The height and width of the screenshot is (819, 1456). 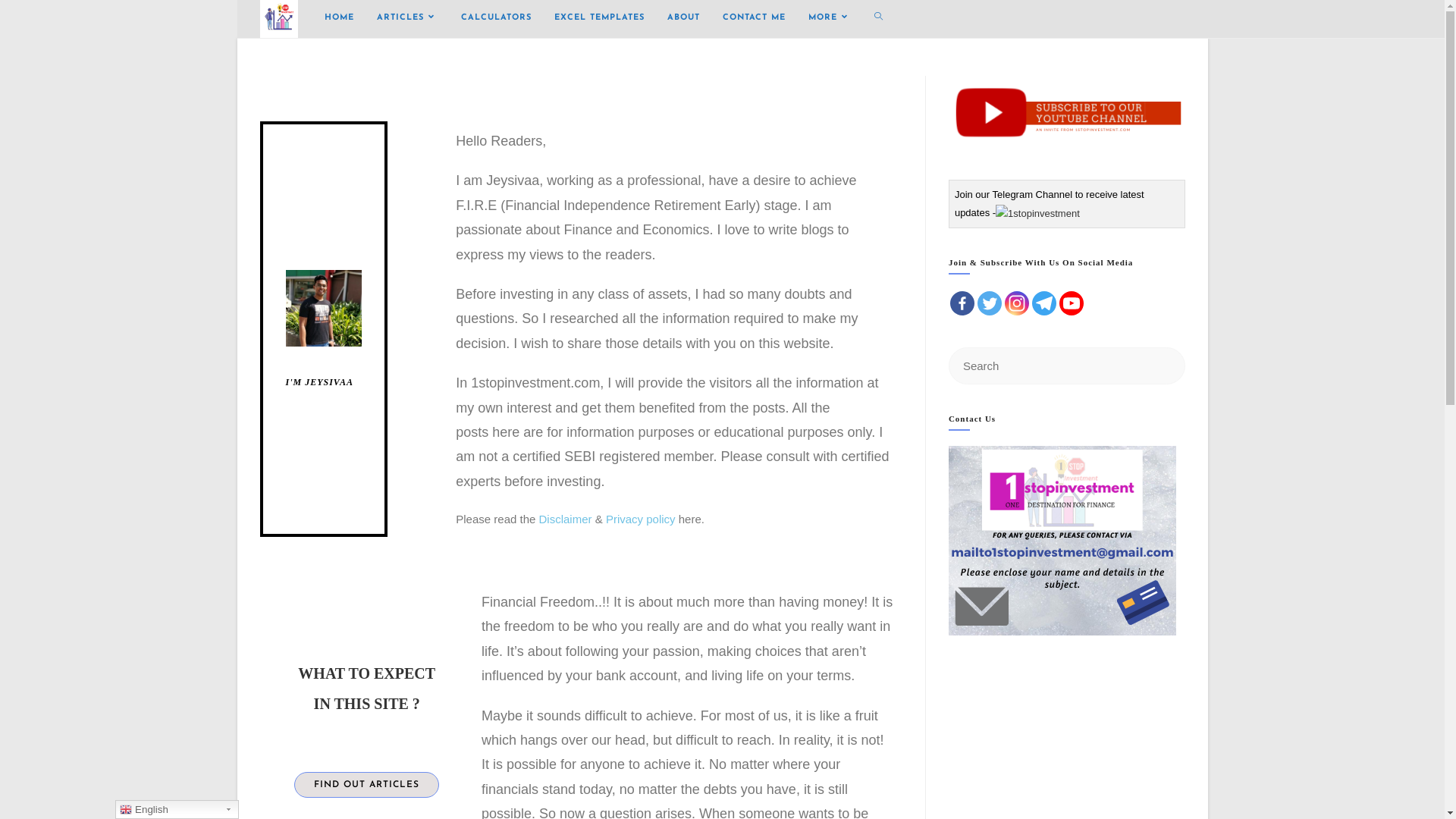 I want to click on 'EXCEL TEMPLATES', so click(x=598, y=17).